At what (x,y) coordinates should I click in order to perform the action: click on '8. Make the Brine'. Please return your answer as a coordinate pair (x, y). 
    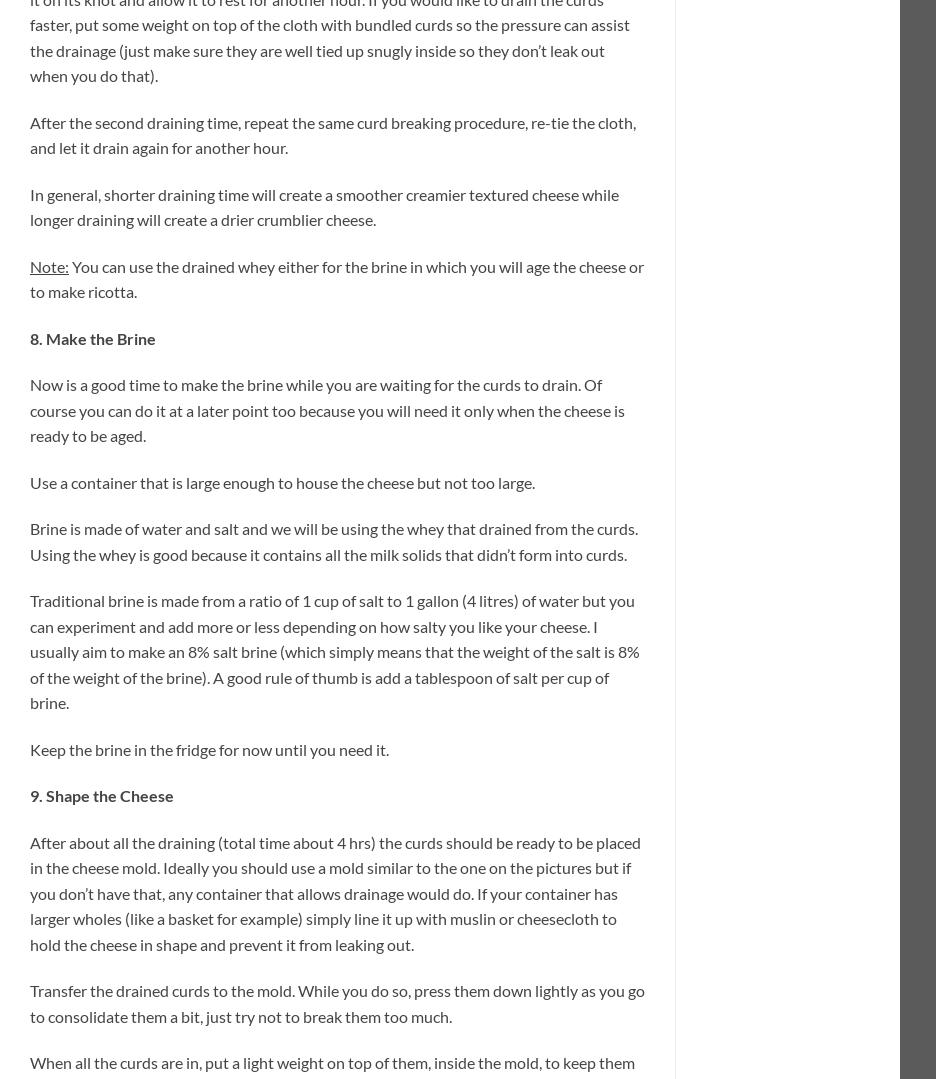
    Looking at the image, I should click on (29, 337).